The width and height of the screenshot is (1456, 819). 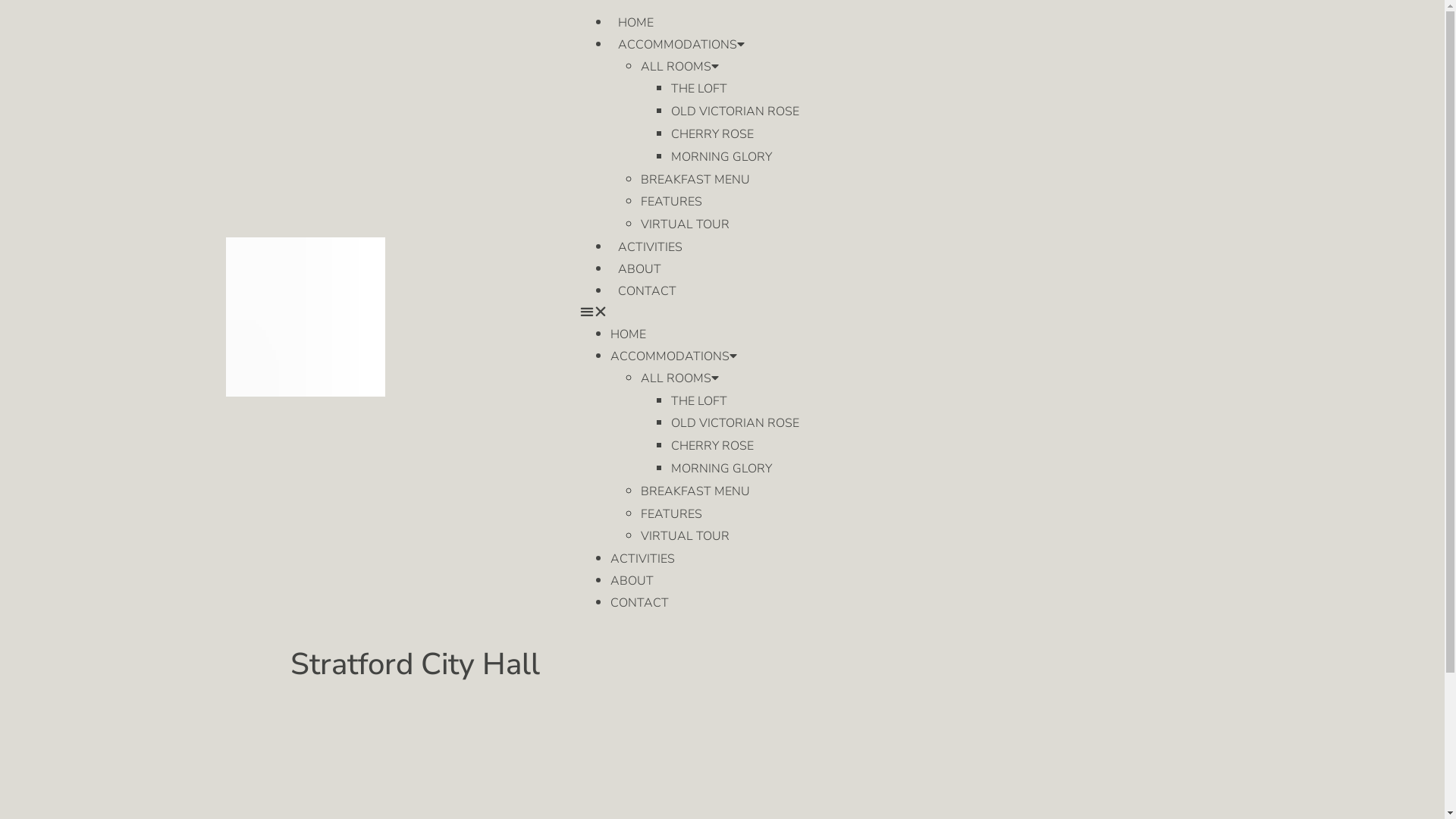 What do you see at coordinates (694, 178) in the screenshot?
I see `'BREAKFAST MENU'` at bounding box center [694, 178].